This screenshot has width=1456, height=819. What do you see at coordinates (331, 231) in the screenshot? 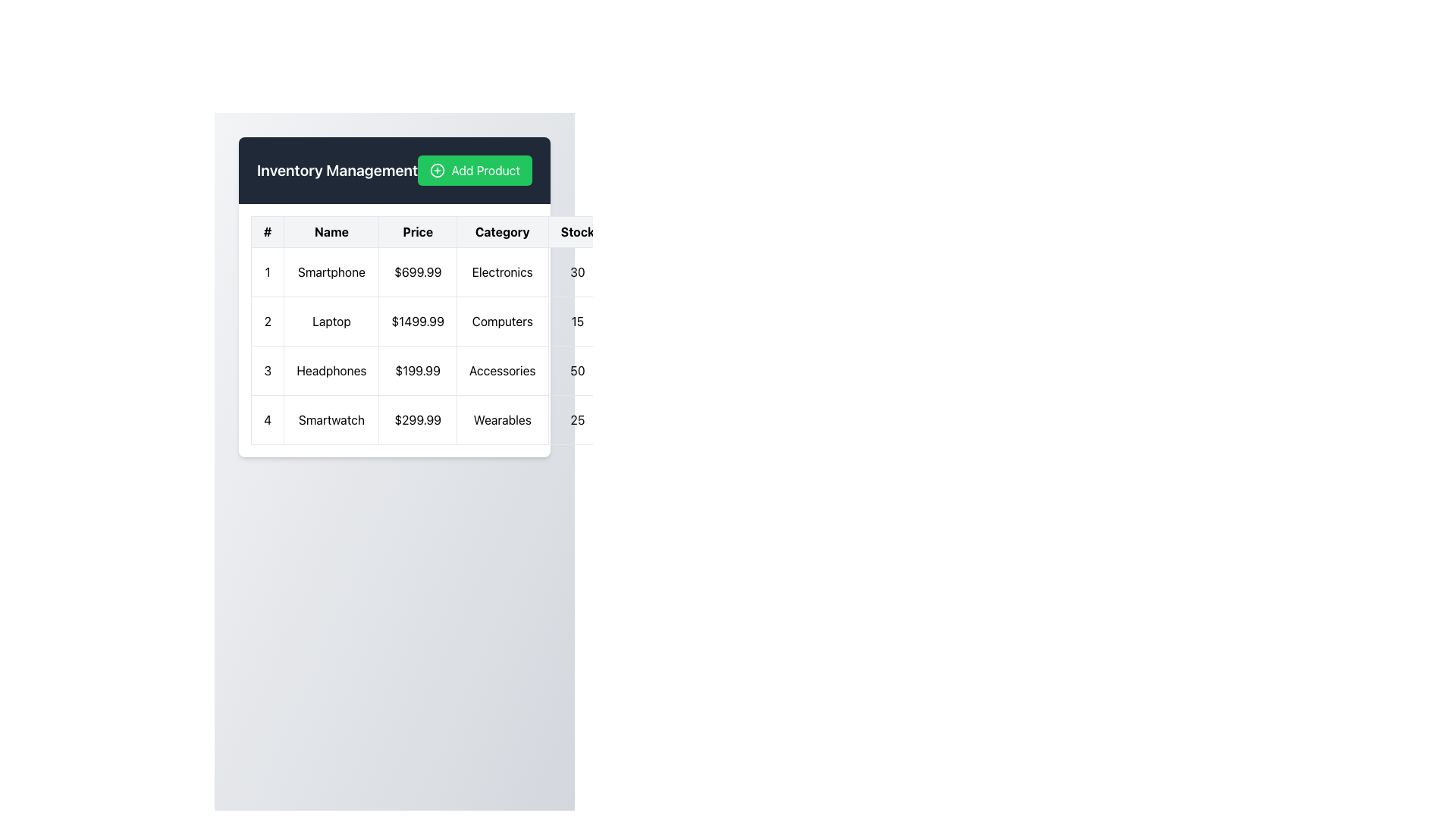
I see `text 'Name' from the table header cell that is bold, centered, and has a white background with a grey border, positioned as the second column header in the table` at bounding box center [331, 231].